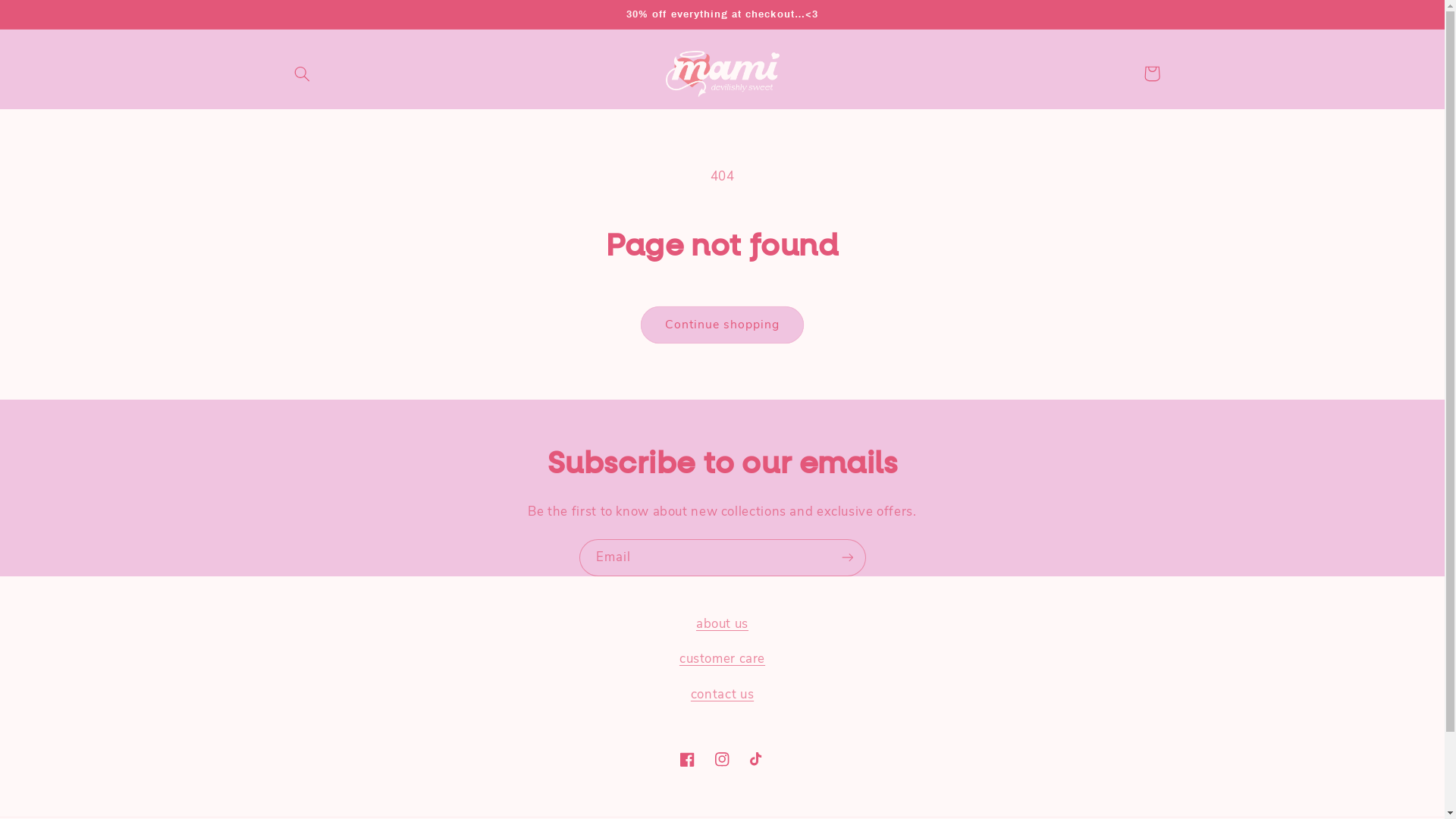 The height and width of the screenshot is (819, 1456). I want to click on 'customer care', so click(721, 657).